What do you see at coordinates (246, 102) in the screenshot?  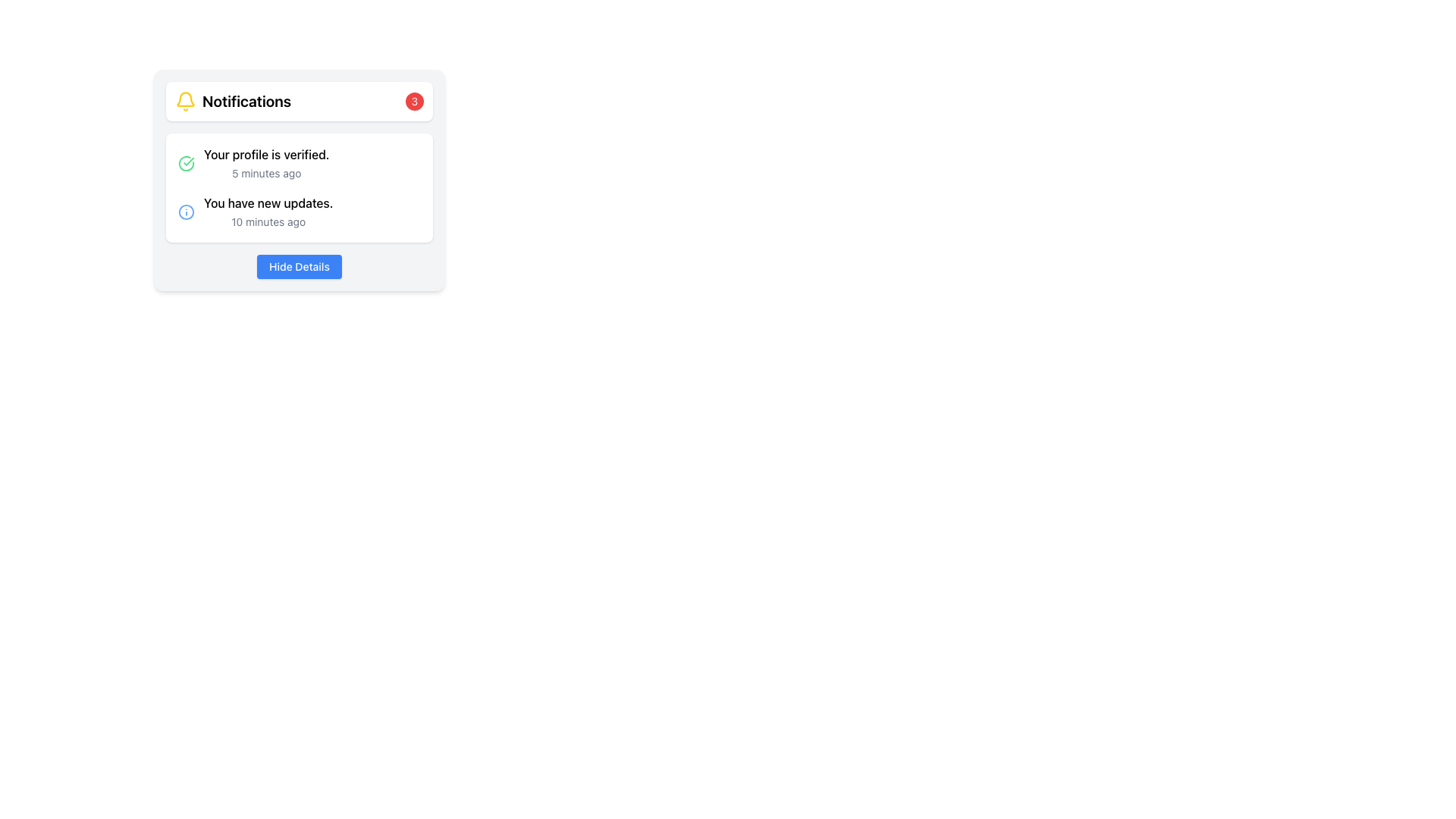 I see `title of the notification section, which is positioned at the top of the notification card, centered between a yellow bell icon and a red badge with the number '3'` at bounding box center [246, 102].